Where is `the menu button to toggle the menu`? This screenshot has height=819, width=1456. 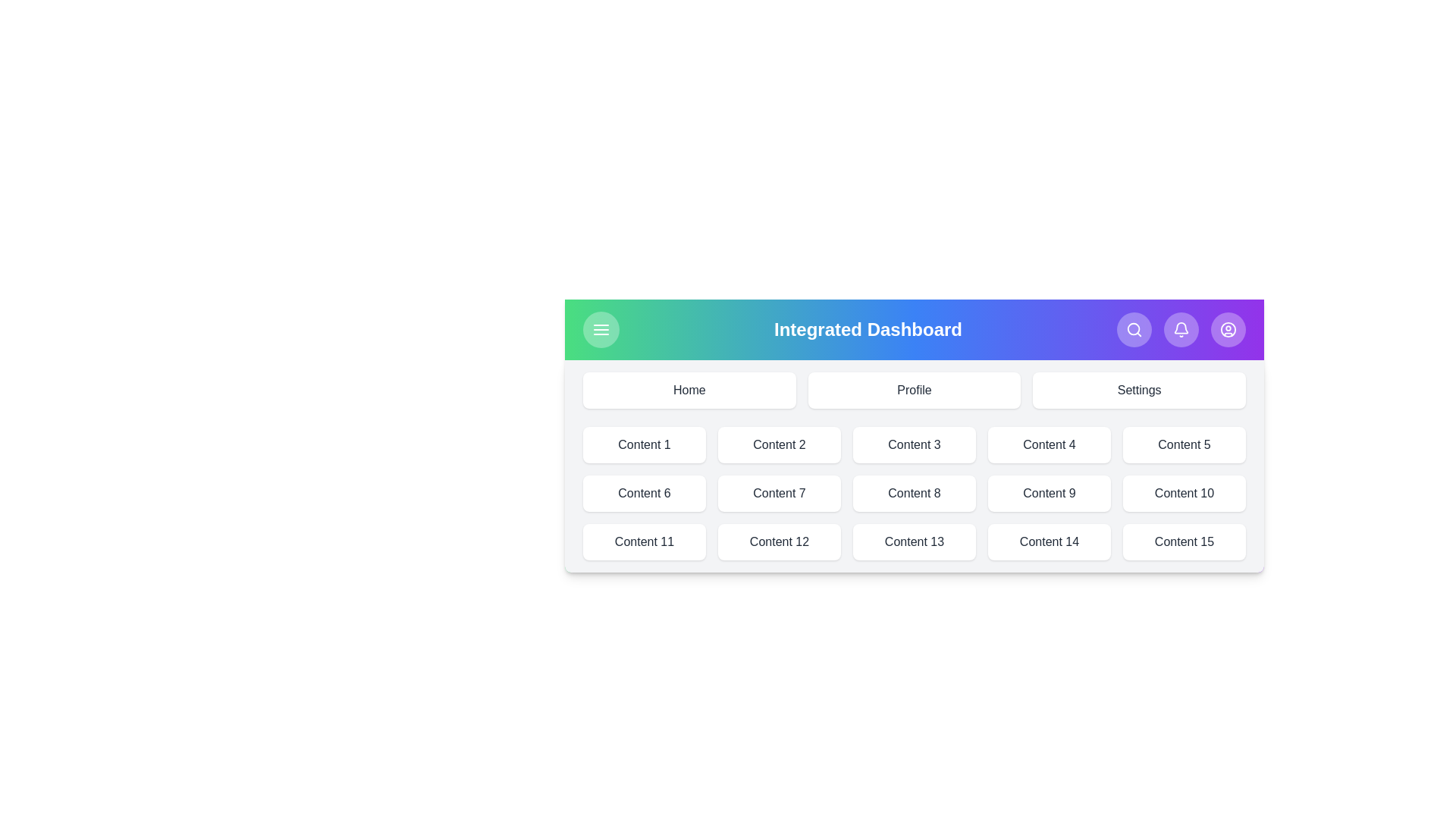
the menu button to toggle the menu is located at coordinates (600, 329).